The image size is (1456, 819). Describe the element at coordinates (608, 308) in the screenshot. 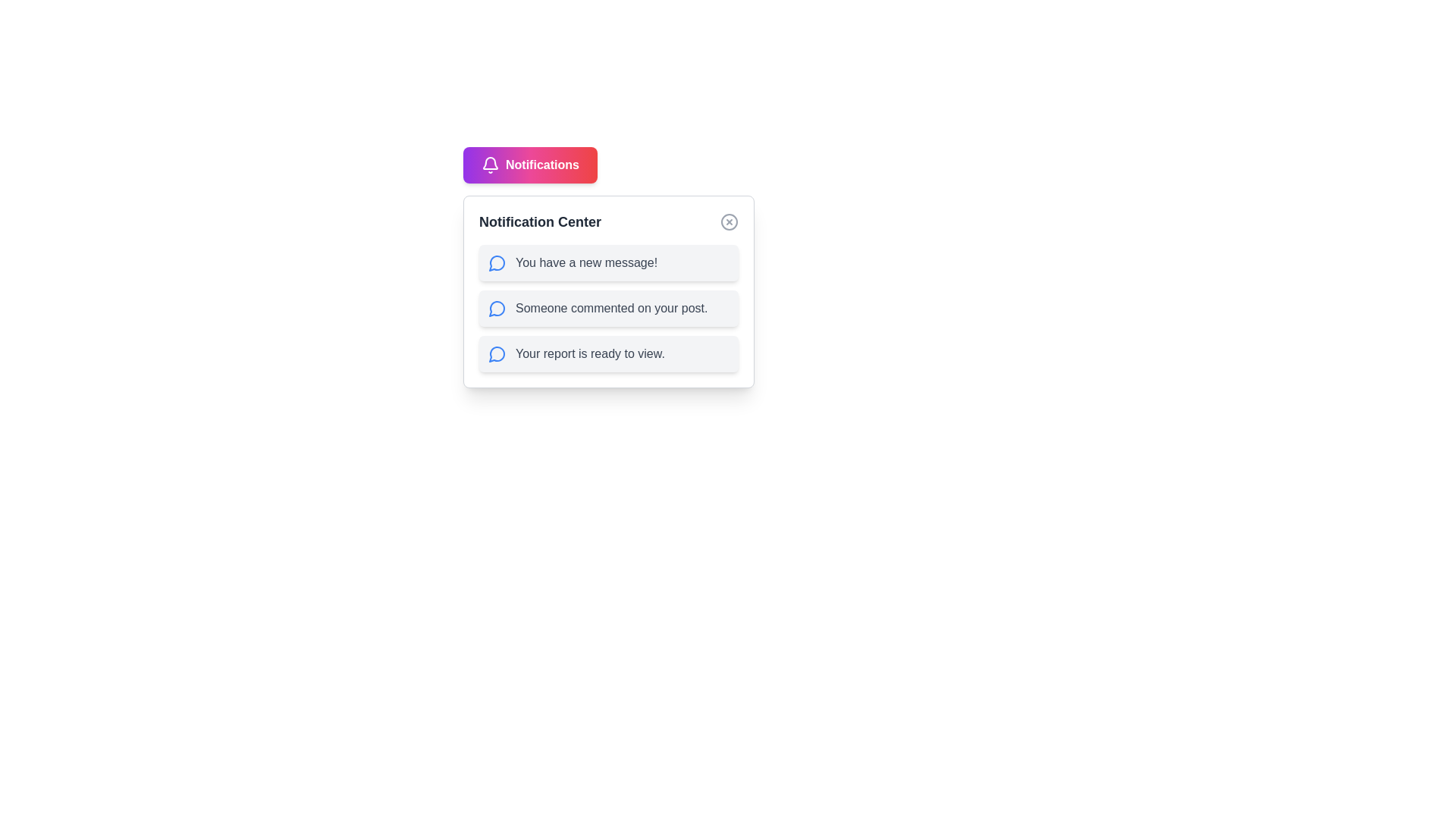

I see `an individual notification within the Notification Center modal, specifically targeting the stack of three rectangular cards that display messages` at that location.